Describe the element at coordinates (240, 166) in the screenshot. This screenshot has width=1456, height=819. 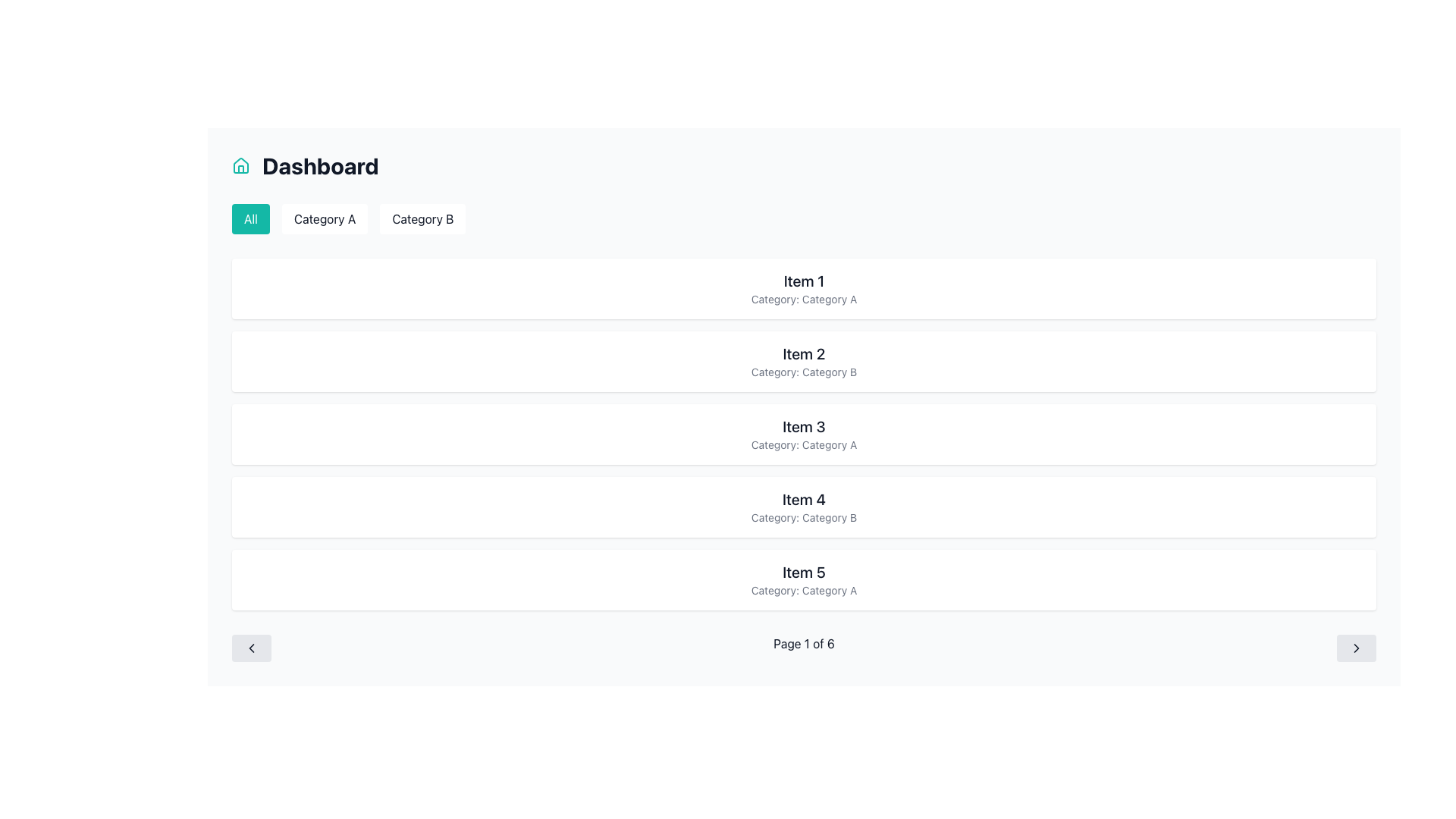
I see `the teal-colored house-shaped icon with rounded edges, located to the left of the bolded text 'Dashboard'` at that location.